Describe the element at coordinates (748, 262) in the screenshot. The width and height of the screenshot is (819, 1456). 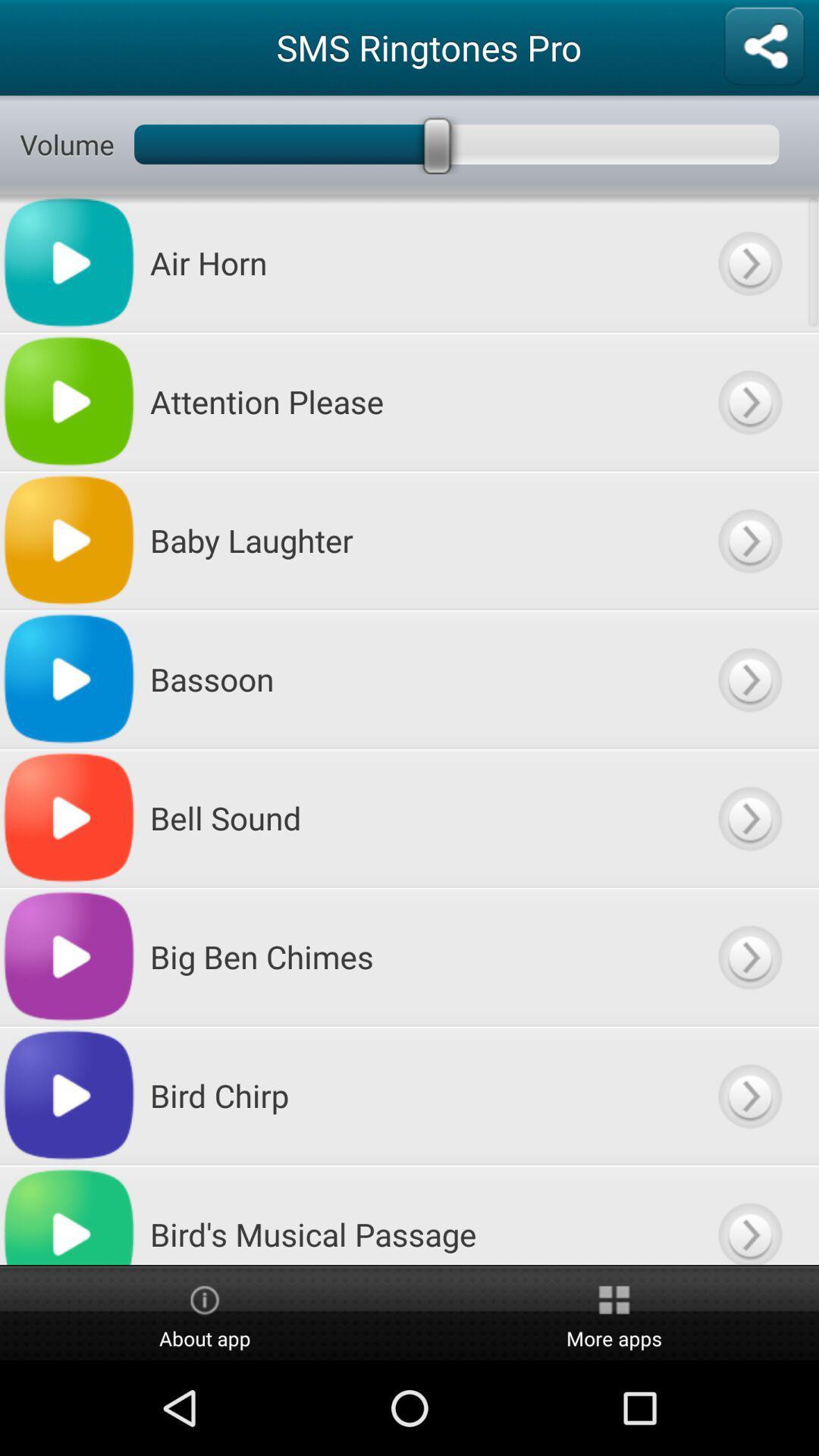
I see `next` at that location.